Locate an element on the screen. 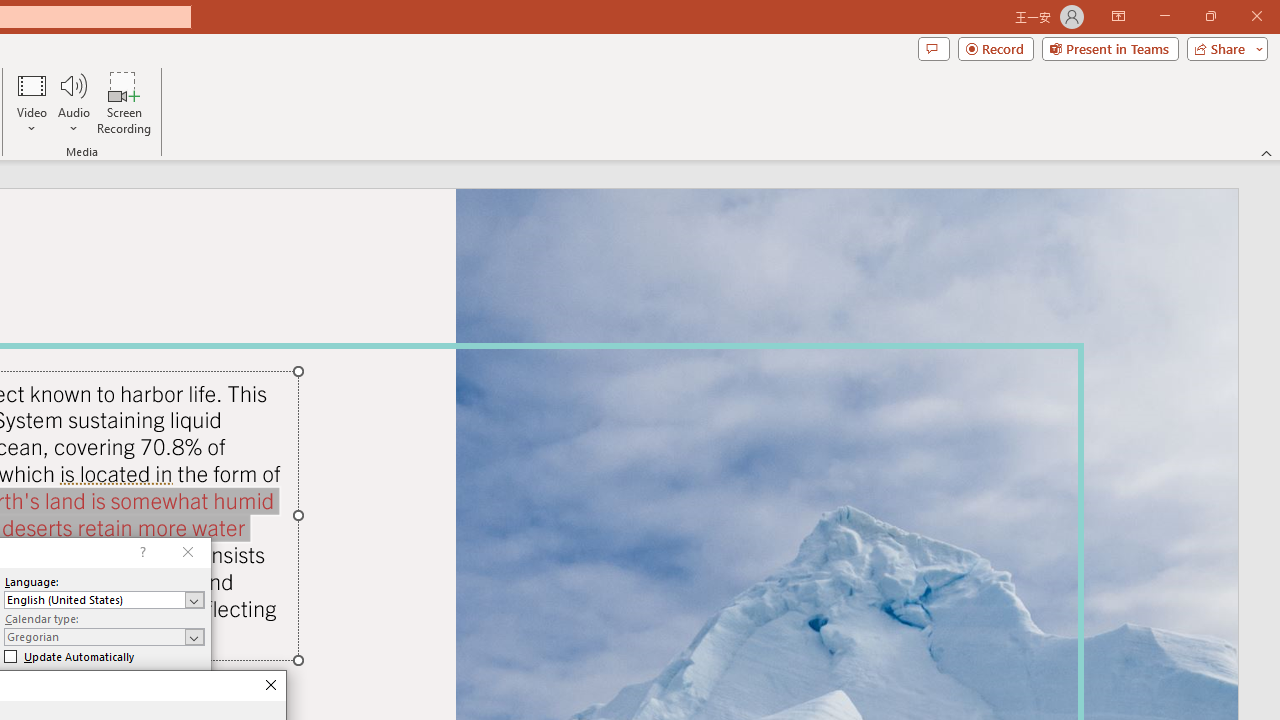  'Collapse the Ribbon' is located at coordinates (1266, 152).